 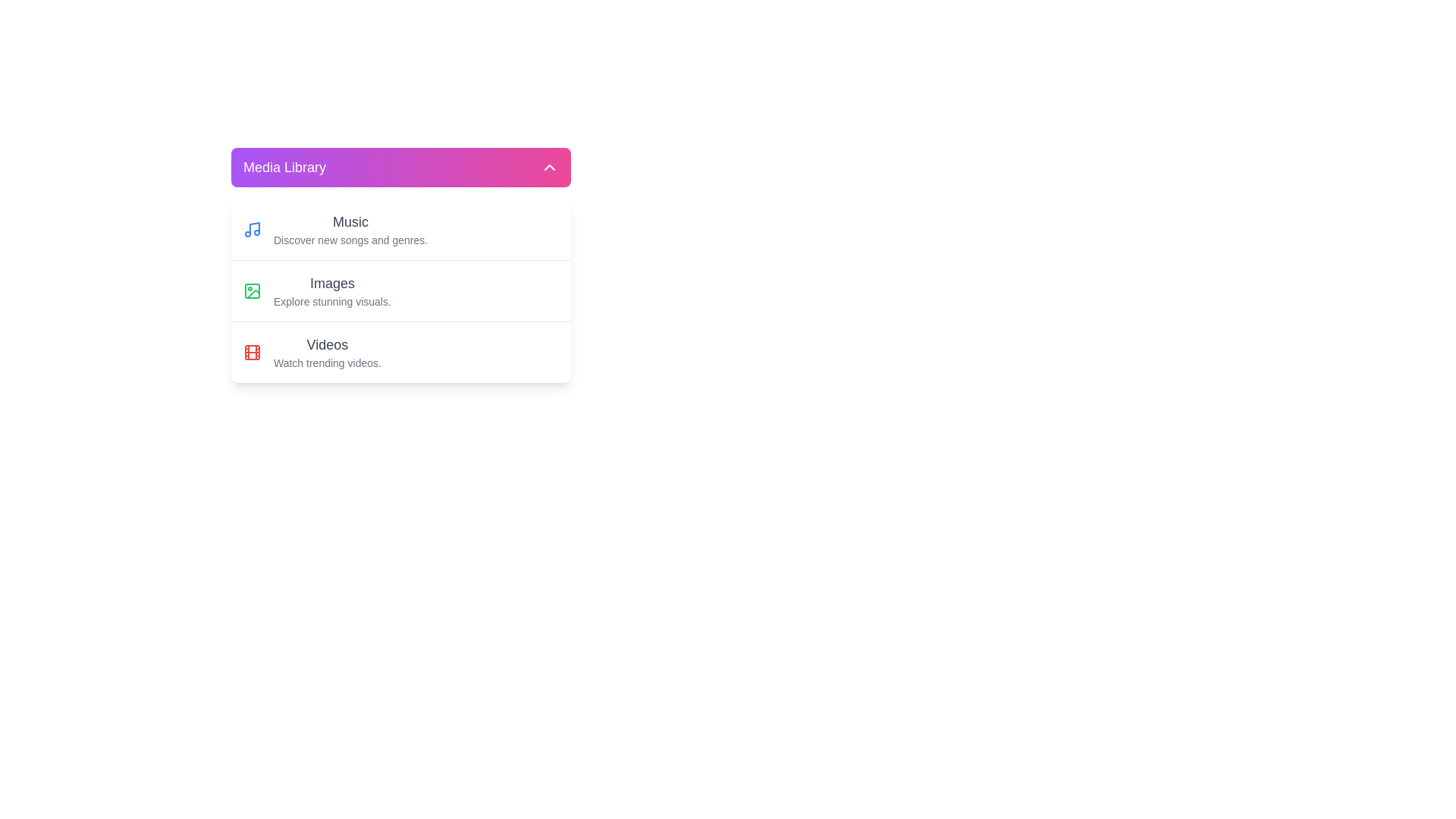 What do you see at coordinates (350, 230) in the screenshot?
I see `the topmost menu option in the 'Media Library' dropdown, positioned to the right of the blue music icon` at bounding box center [350, 230].